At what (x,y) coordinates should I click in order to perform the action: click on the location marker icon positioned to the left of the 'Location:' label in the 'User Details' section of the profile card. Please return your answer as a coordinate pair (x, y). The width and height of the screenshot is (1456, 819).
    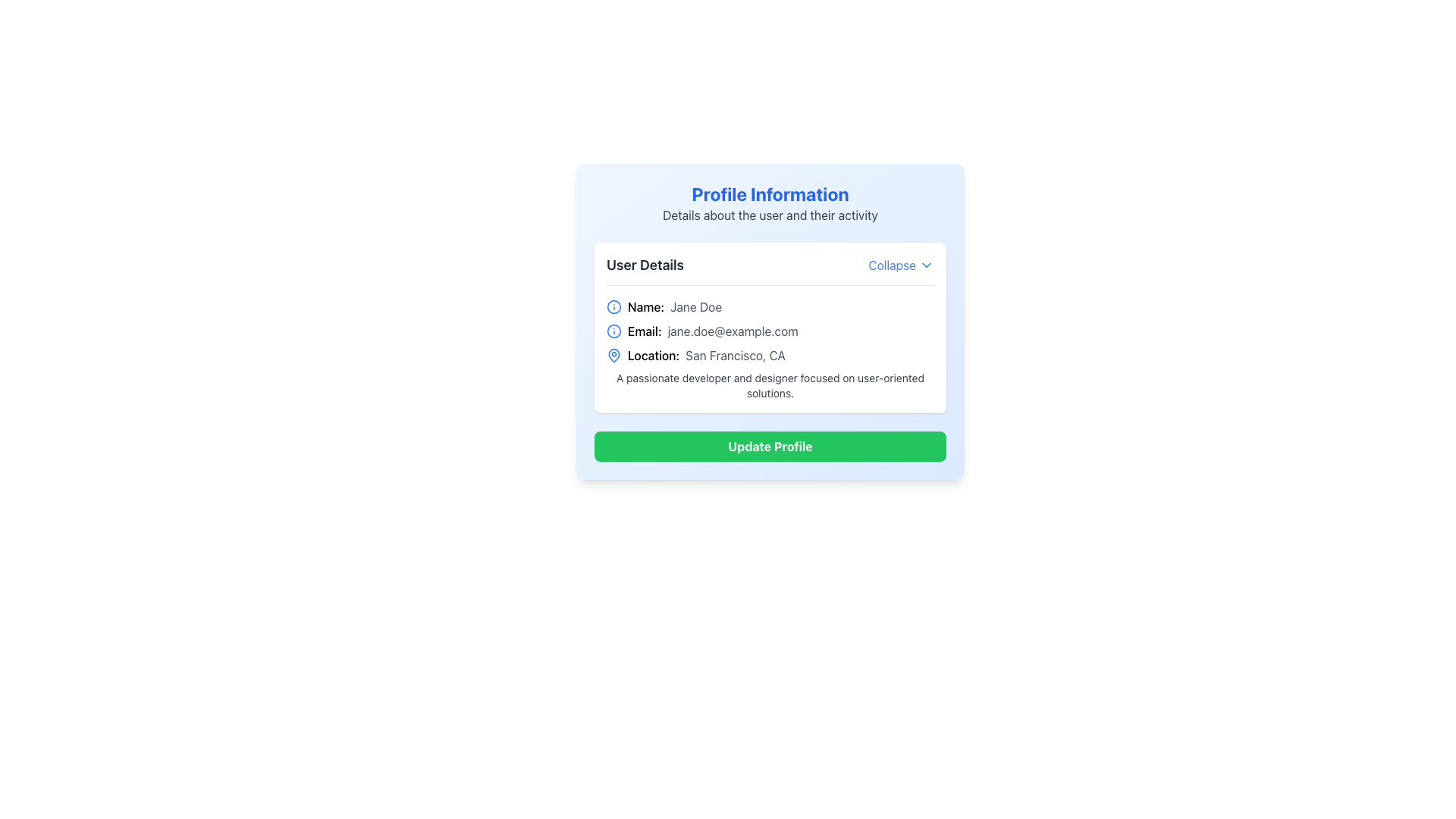
    Looking at the image, I should click on (614, 356).